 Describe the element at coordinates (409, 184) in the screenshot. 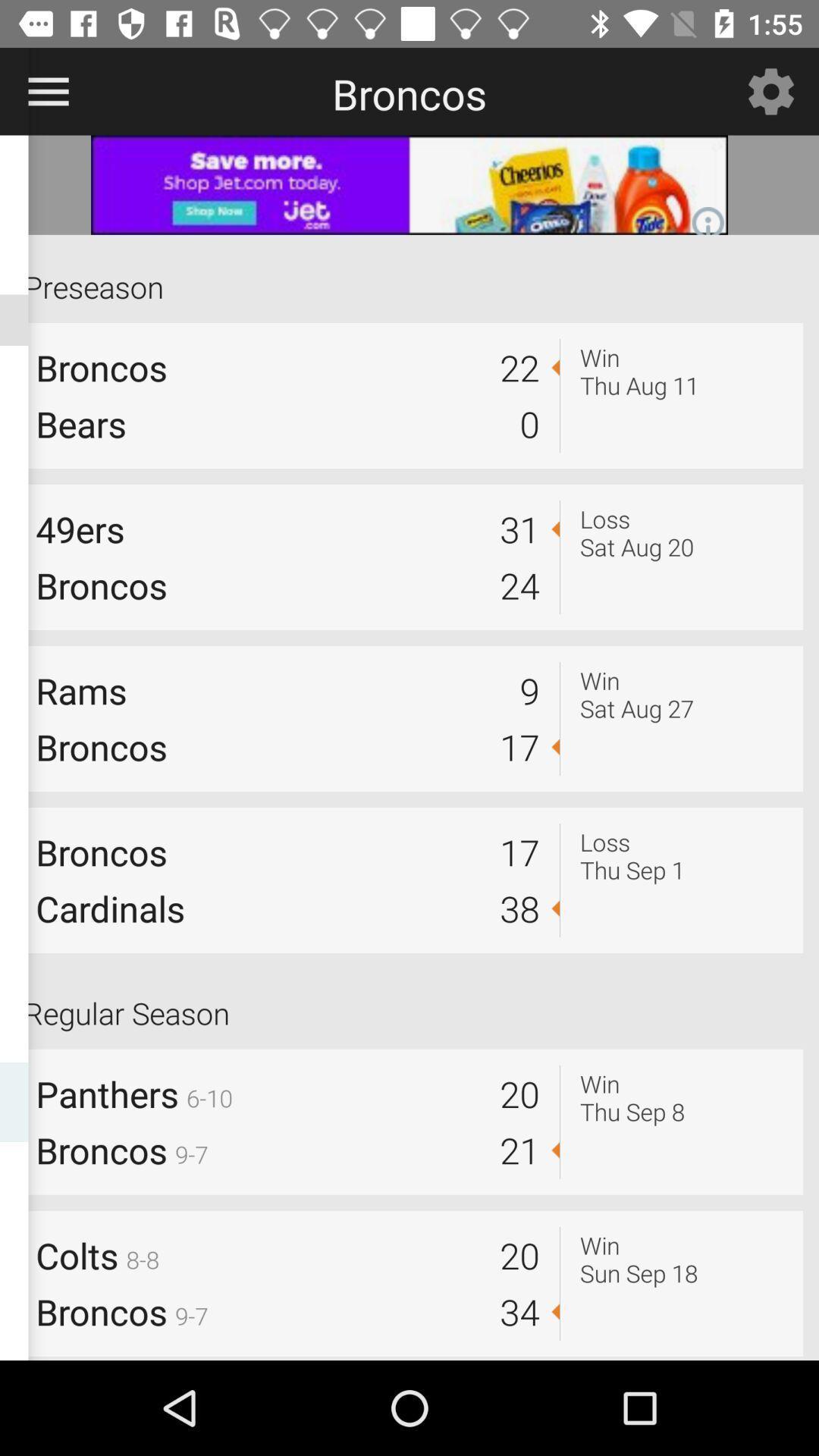

I see `banner advertisement` at that location.